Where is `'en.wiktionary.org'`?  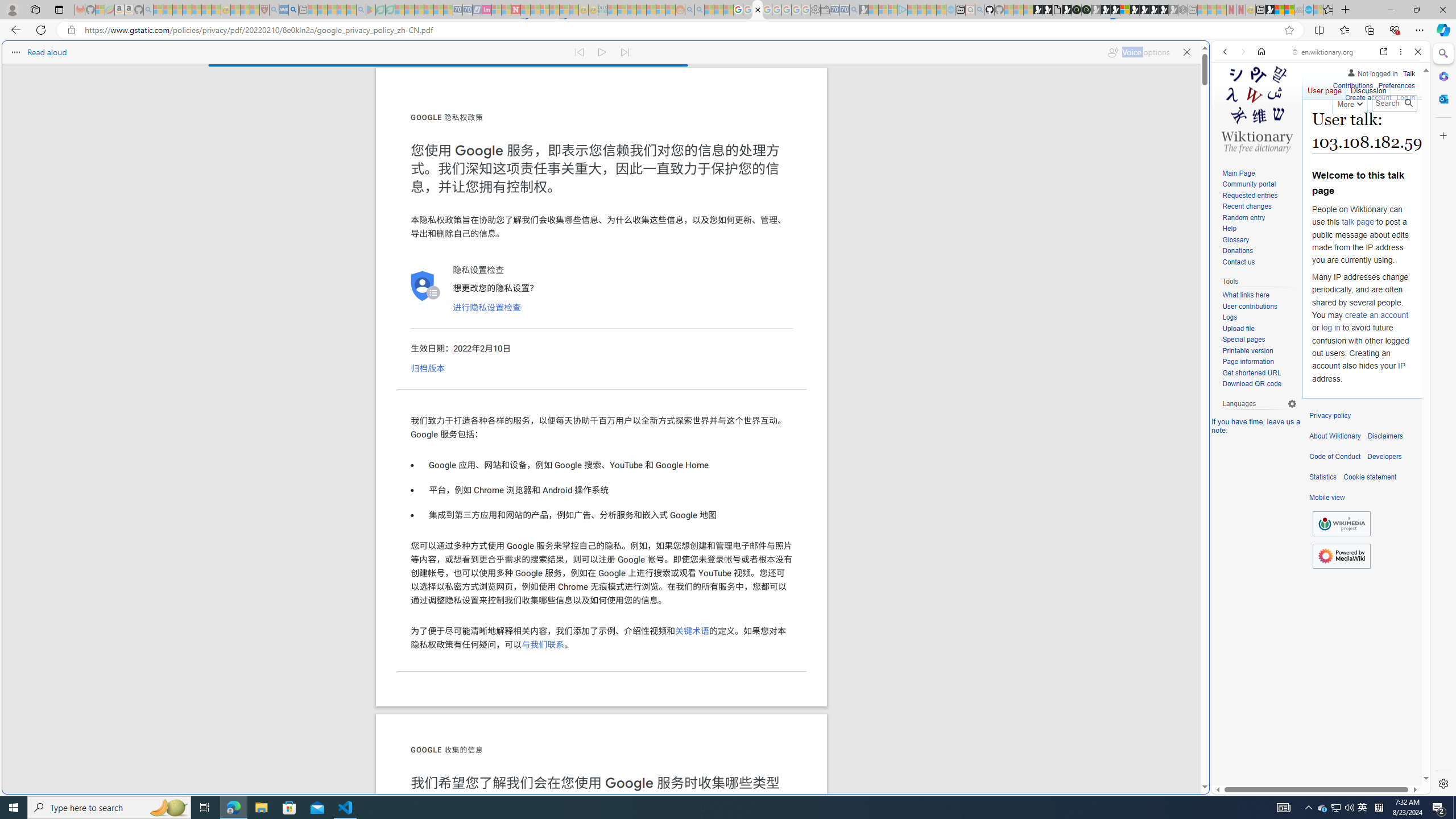 'en.wiktionary.org' is located at coordinates (1323, 52).